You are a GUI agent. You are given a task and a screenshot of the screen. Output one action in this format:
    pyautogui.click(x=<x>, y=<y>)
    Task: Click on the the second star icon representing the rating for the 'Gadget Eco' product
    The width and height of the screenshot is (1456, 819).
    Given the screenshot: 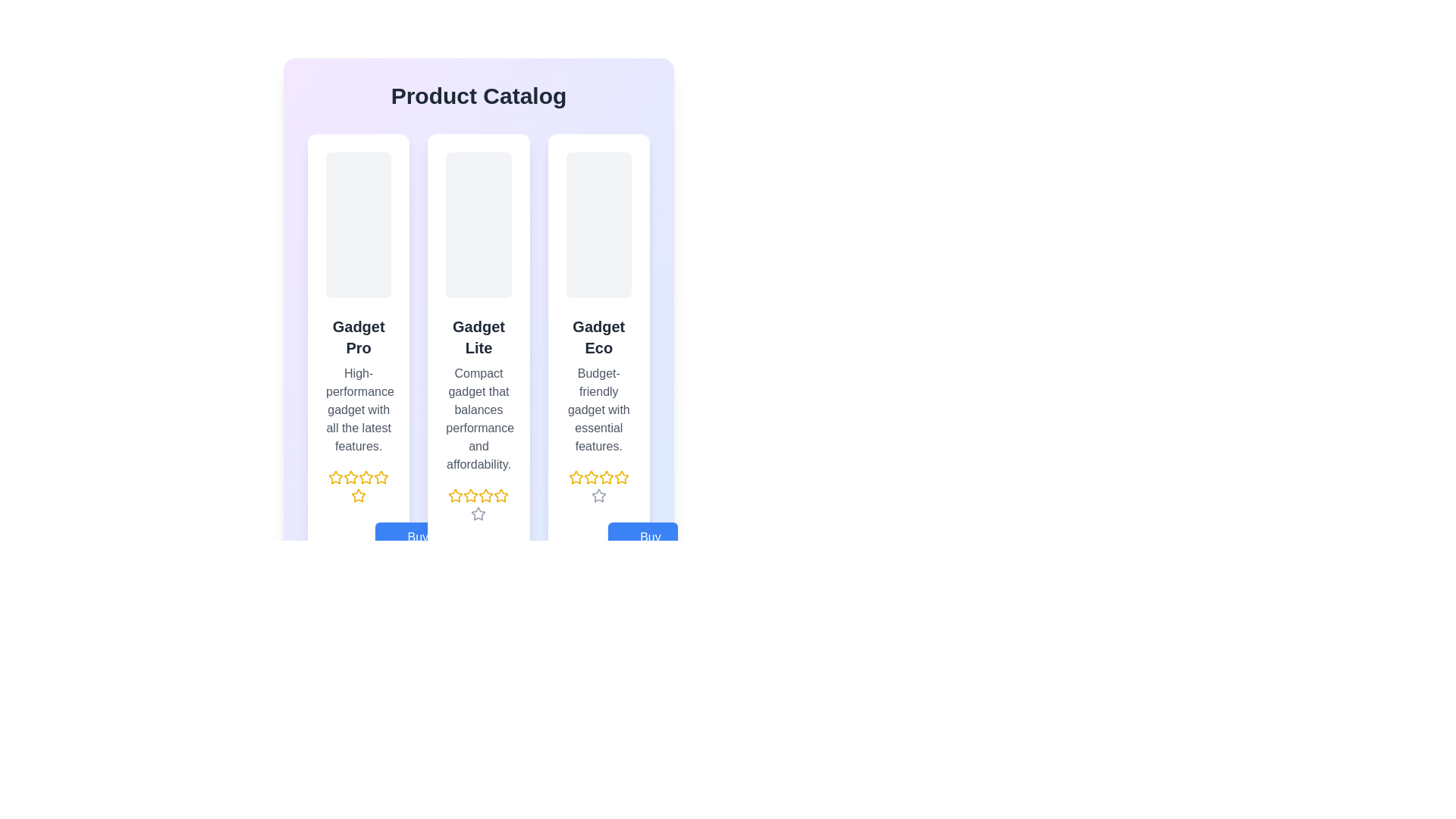 What is the action you would take?
    pyautogui.click(x=575, y=476)
    